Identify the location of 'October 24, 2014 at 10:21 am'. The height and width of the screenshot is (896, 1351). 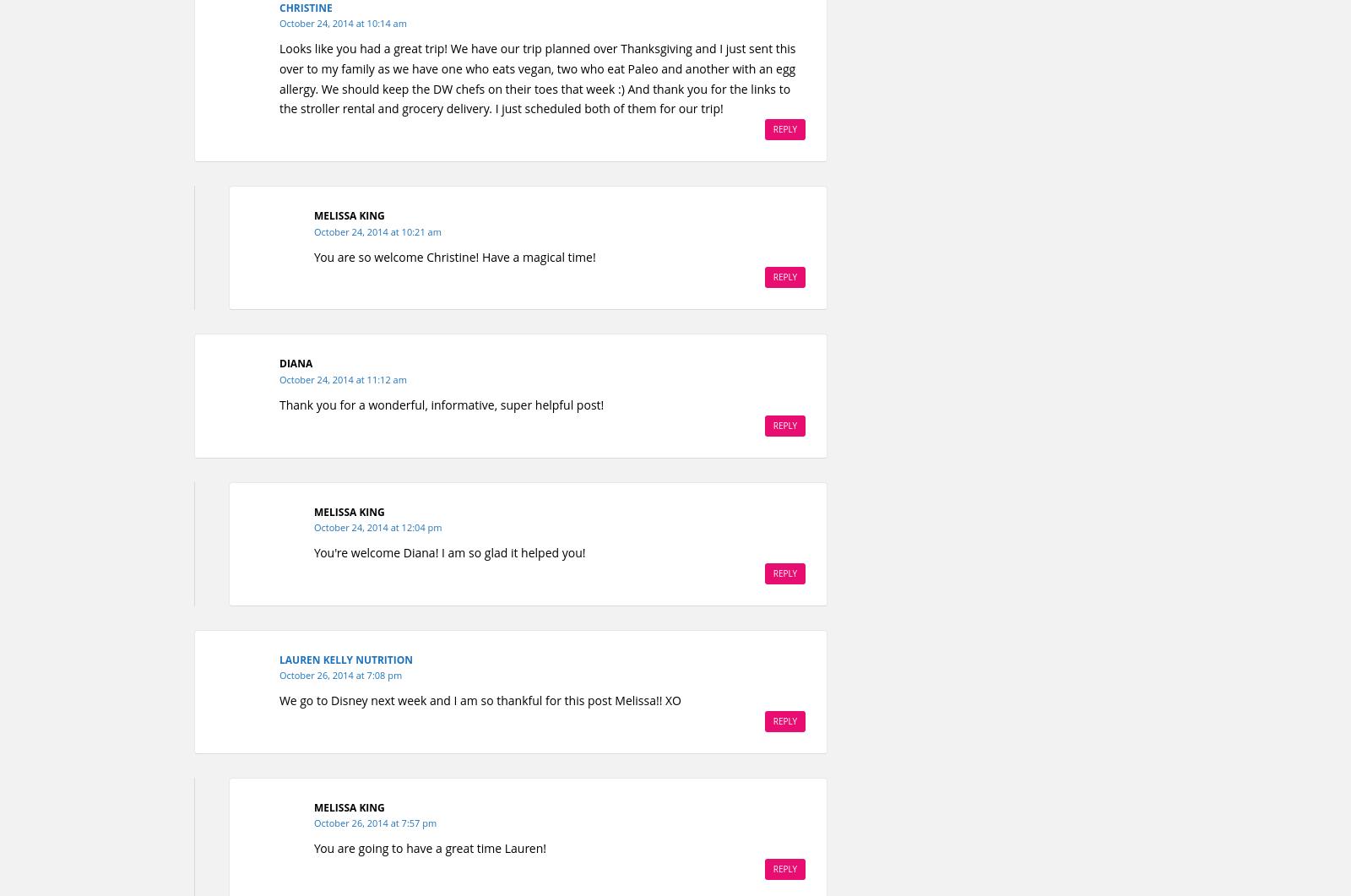
(377, 230).